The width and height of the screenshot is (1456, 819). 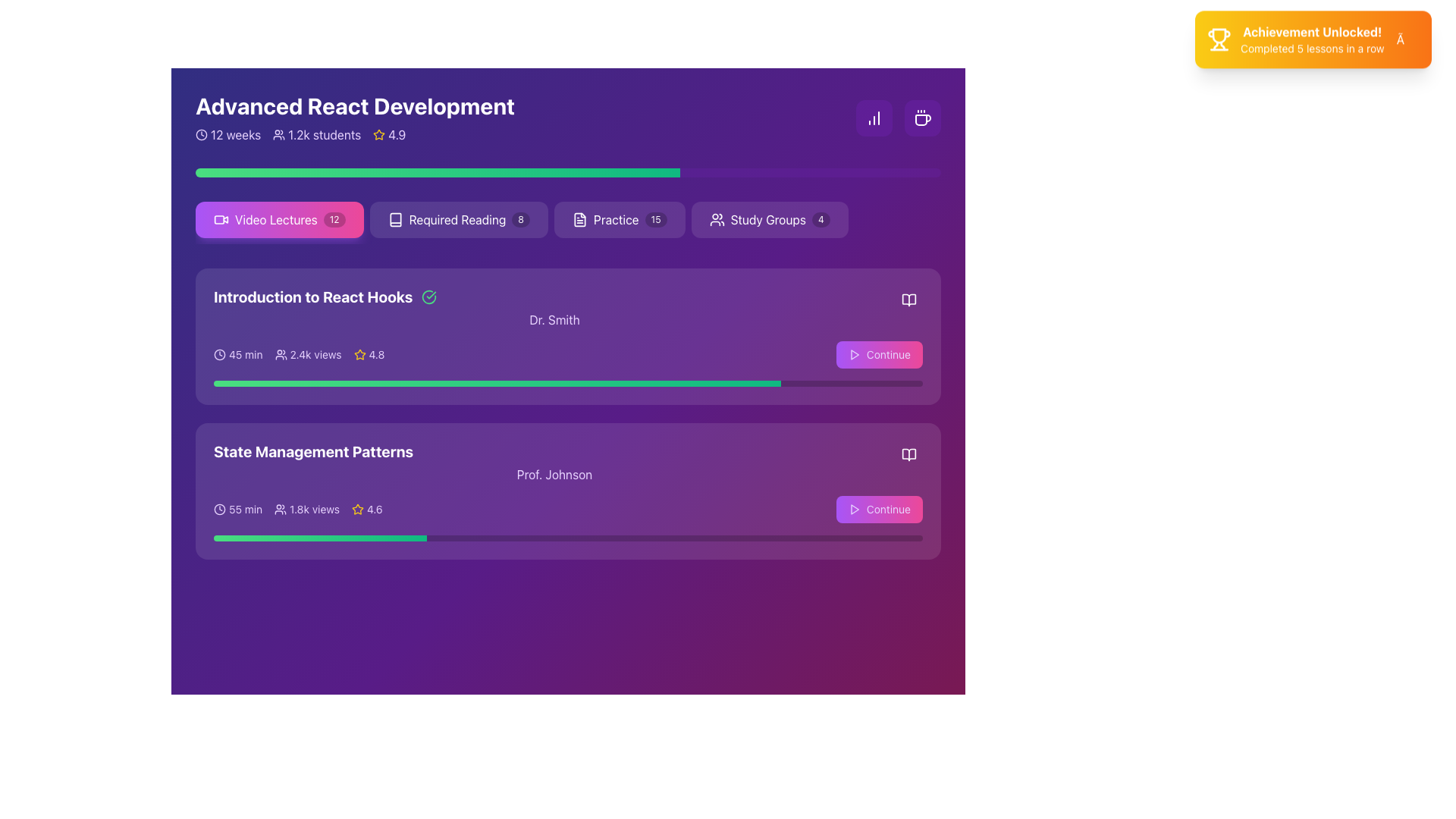 What do you see at coordinates (458, 219) in the screenshot?
I see `the 'Required Reading' button` at bounding box center [458, 219].